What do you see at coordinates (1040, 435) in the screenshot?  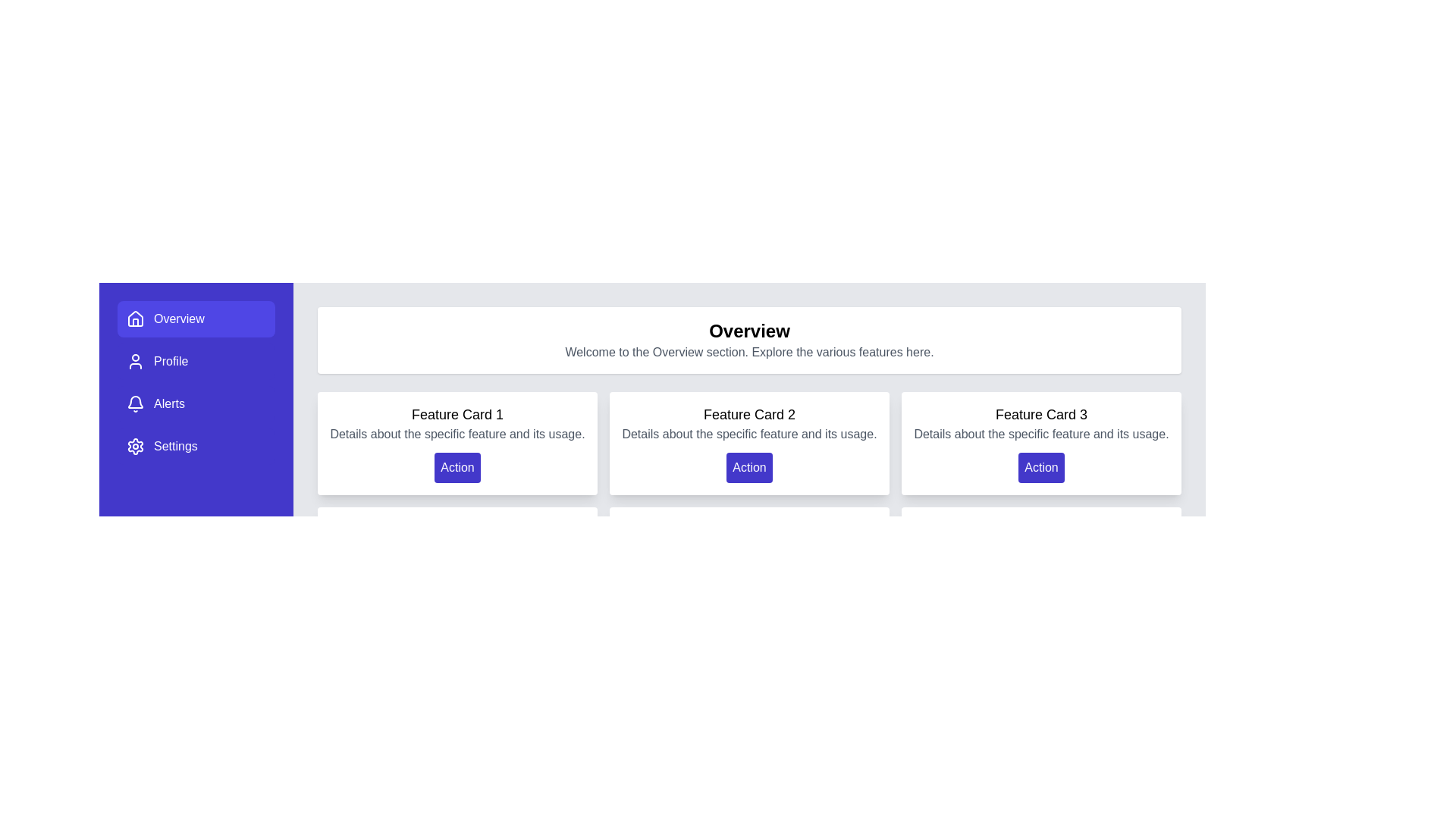 I see `the static text label that provides additional descriptive information within 'Feature Card 3', located centrally beneath the main title` at bounding box center [1040, 435].